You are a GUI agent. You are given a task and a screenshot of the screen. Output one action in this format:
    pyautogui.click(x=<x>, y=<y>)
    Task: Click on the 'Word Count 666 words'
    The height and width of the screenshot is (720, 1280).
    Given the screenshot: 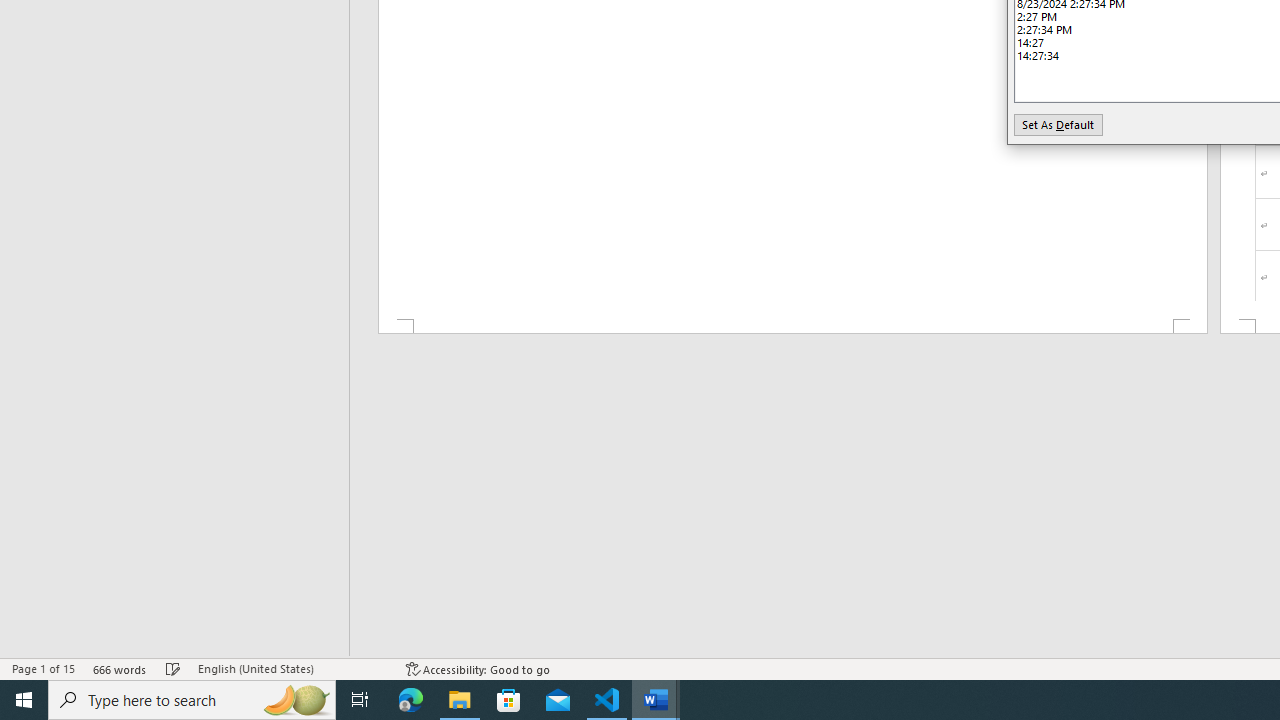 What is the action you would take?
    pyautogui.click(x=119, y=669)
    